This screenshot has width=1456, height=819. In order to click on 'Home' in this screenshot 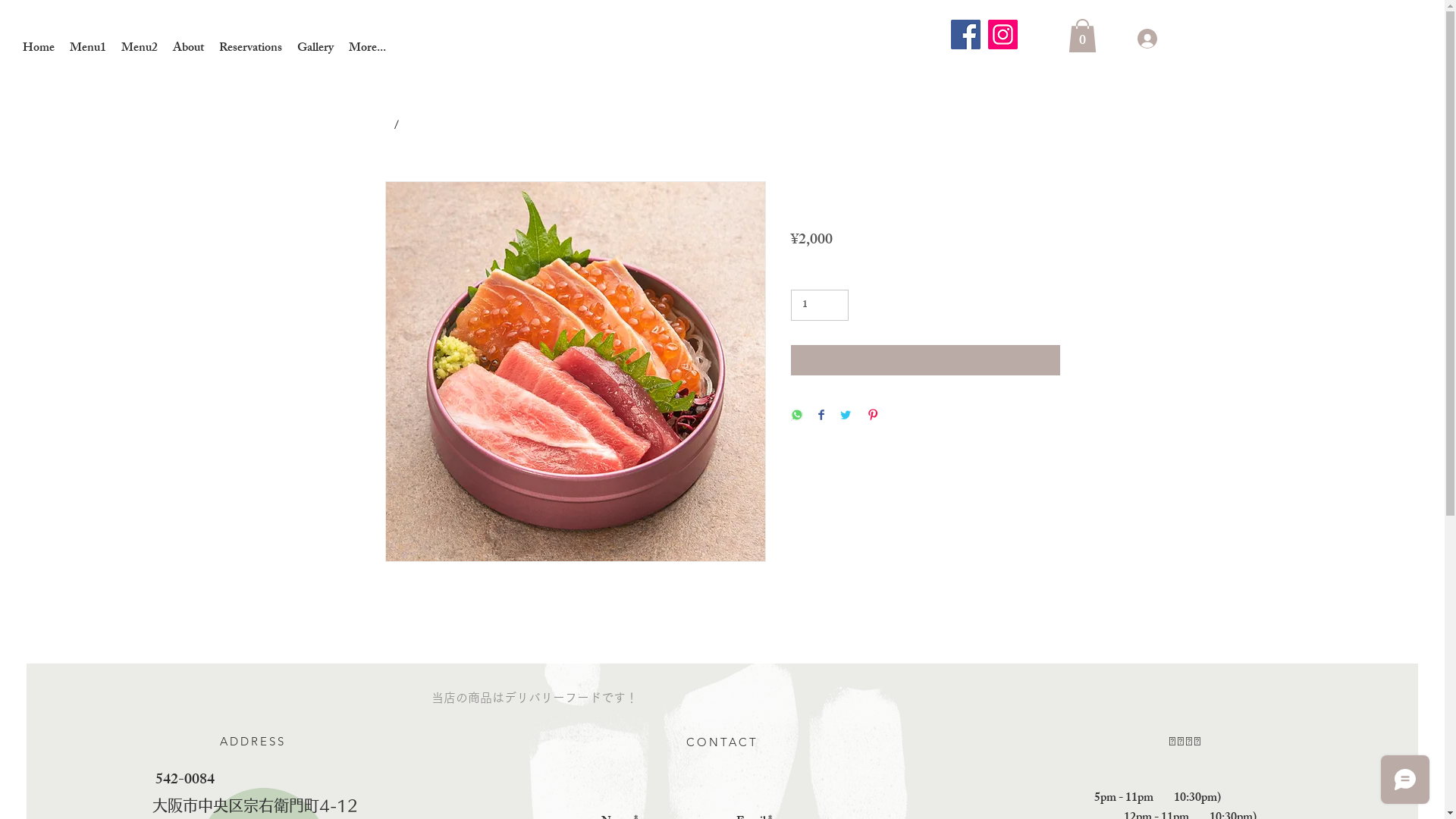, I will do `click(14, 48)`.